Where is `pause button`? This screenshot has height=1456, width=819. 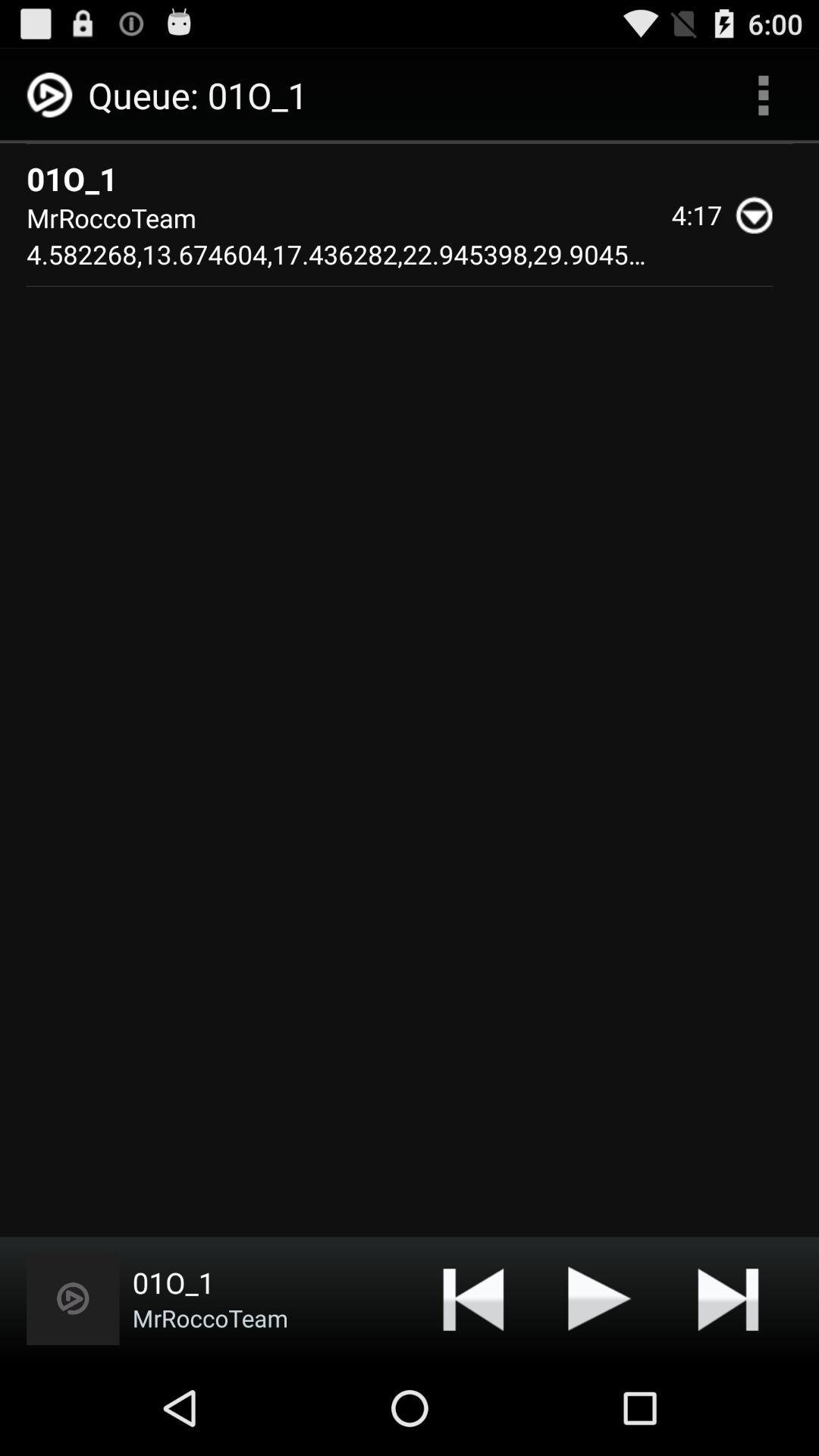 pause button is located at coordinates (599, 1298).